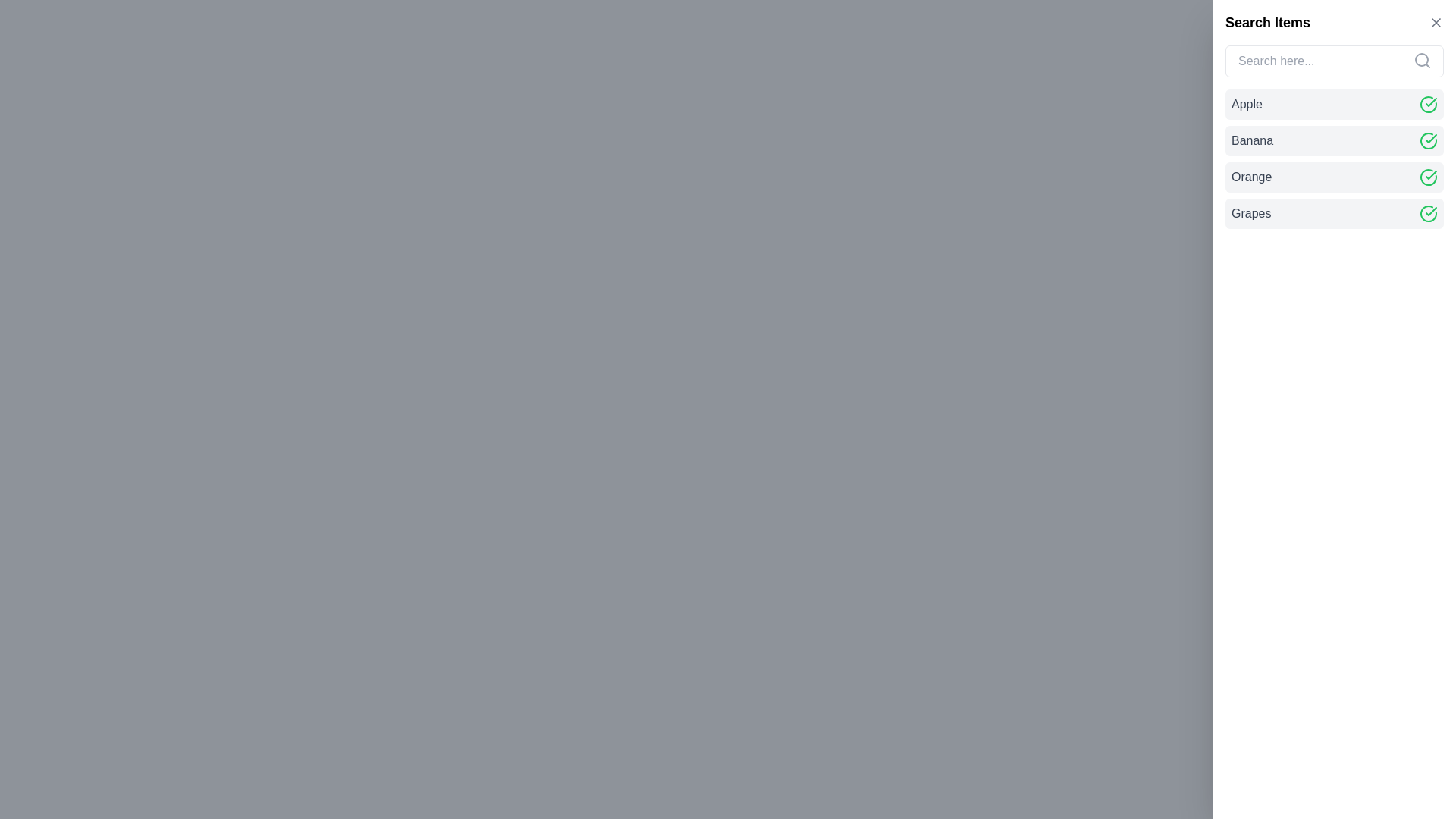 The height and width of the screenshot is (819, 1456). Describe the element at coordinates (1335, 158) in the screenshot. I see `the list item labeled 'Banana'` at that location.